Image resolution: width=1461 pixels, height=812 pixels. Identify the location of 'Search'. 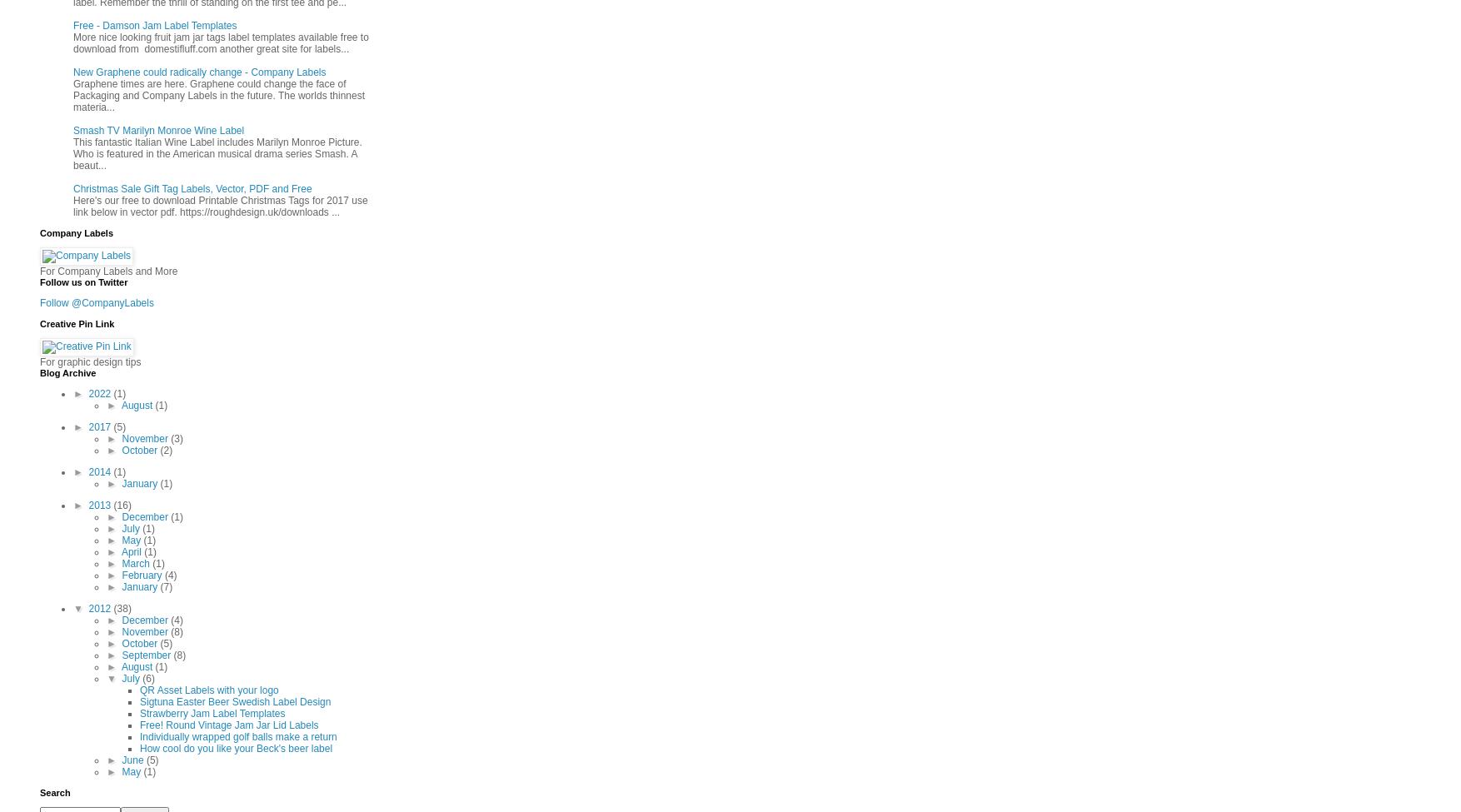
(54, 791).